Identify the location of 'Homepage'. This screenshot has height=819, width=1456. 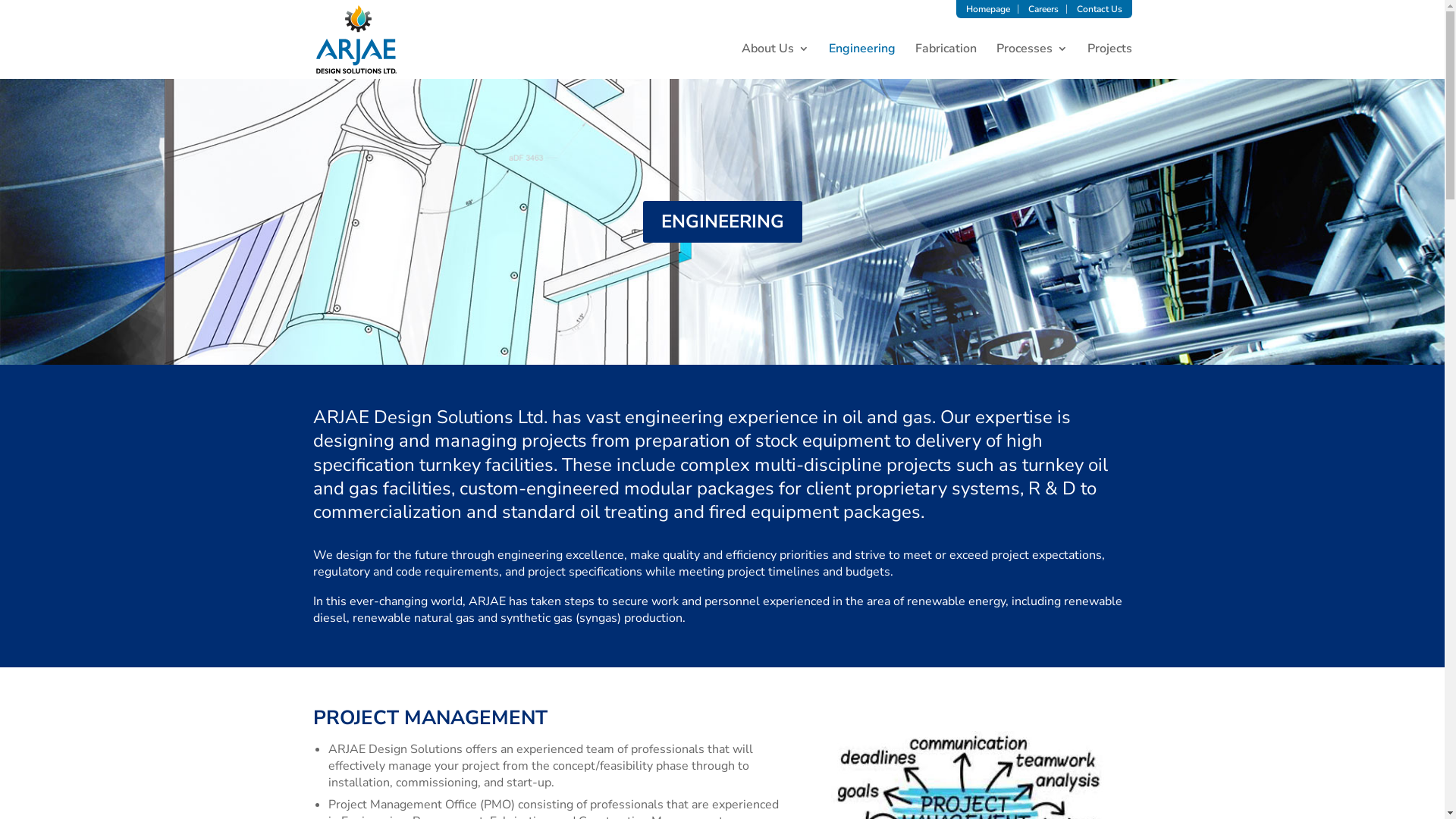
(987, 8).